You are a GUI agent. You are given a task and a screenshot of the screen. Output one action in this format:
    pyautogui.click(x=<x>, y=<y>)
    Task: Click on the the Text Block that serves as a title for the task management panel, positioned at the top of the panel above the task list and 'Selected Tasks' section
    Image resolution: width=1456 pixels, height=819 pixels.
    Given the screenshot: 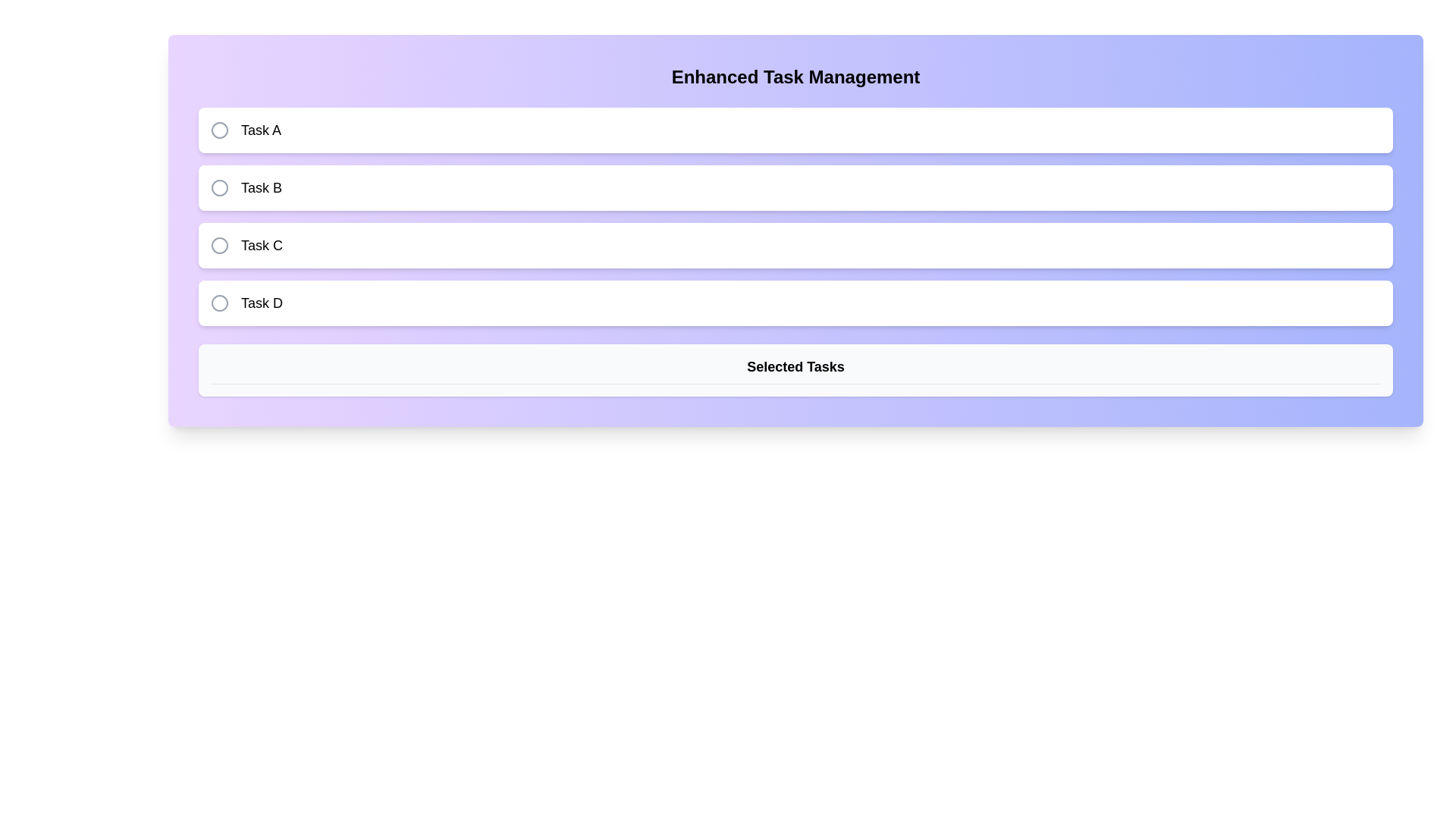 What is the action you would take?
    pyautogui.click(x=795, y=77)
    